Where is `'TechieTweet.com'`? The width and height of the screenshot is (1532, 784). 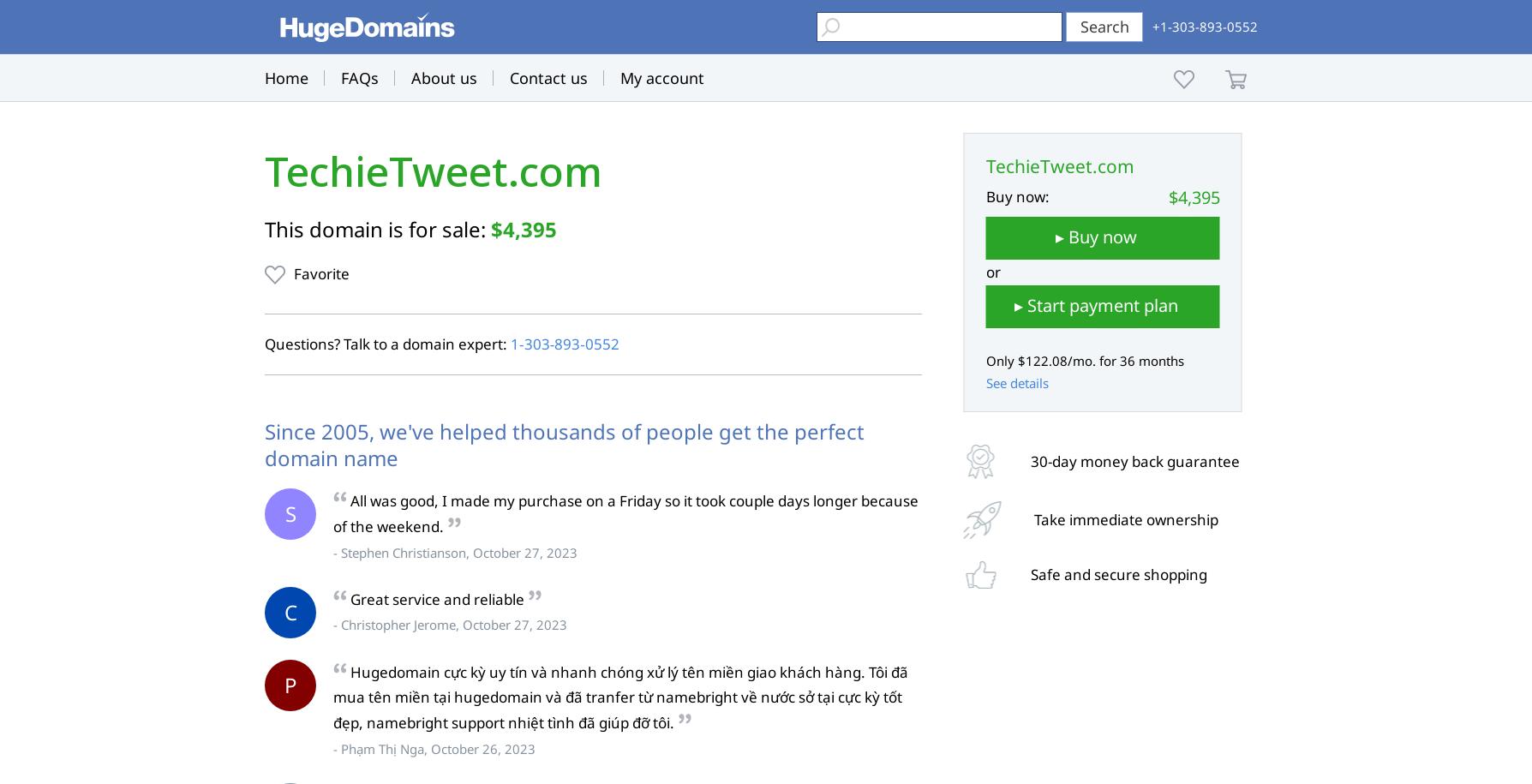 'TechieTweet.com' is located at coordinates (434, 171).